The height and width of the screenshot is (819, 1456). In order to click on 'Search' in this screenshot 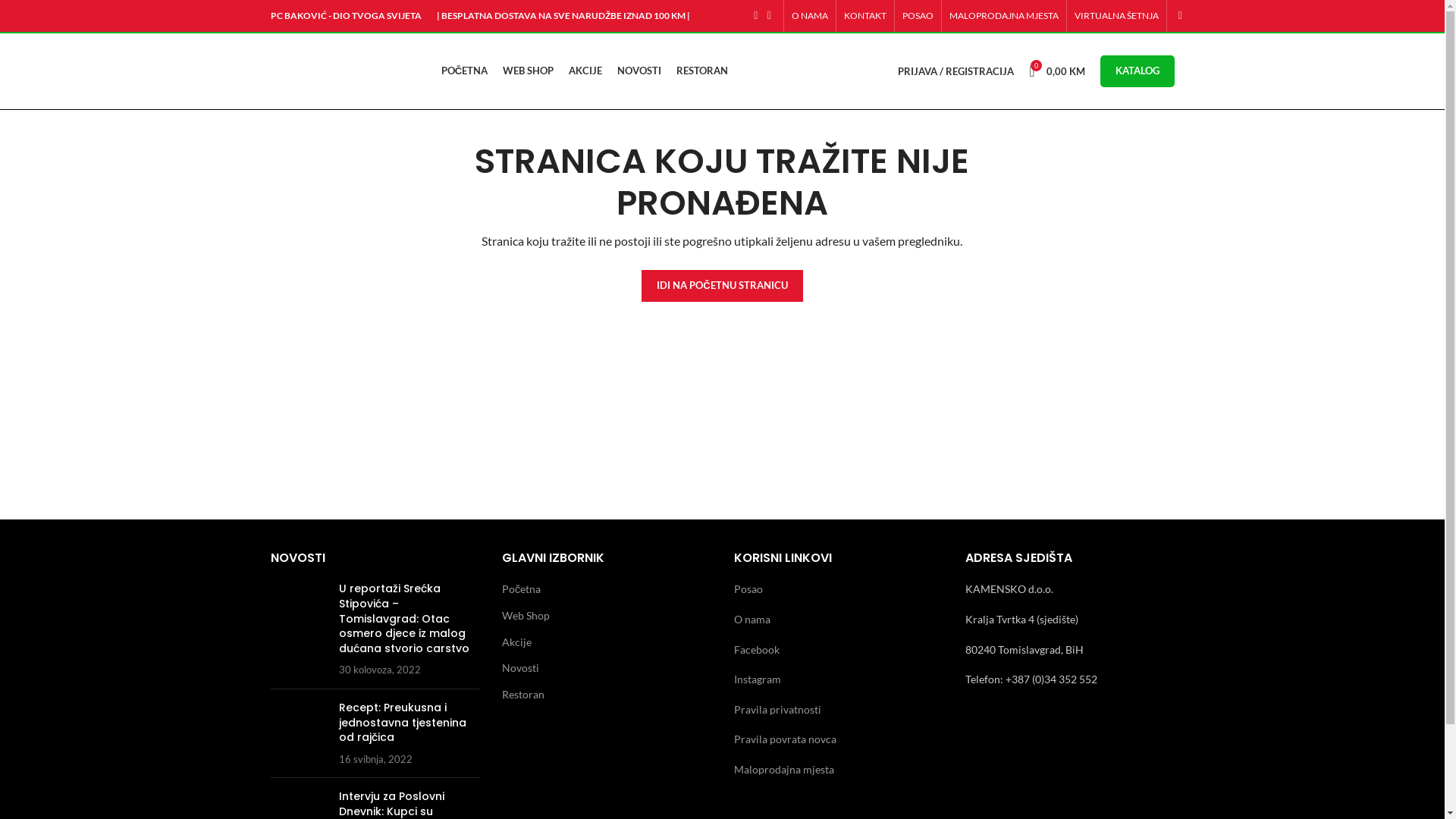, I will do `click(1172, 15)`.